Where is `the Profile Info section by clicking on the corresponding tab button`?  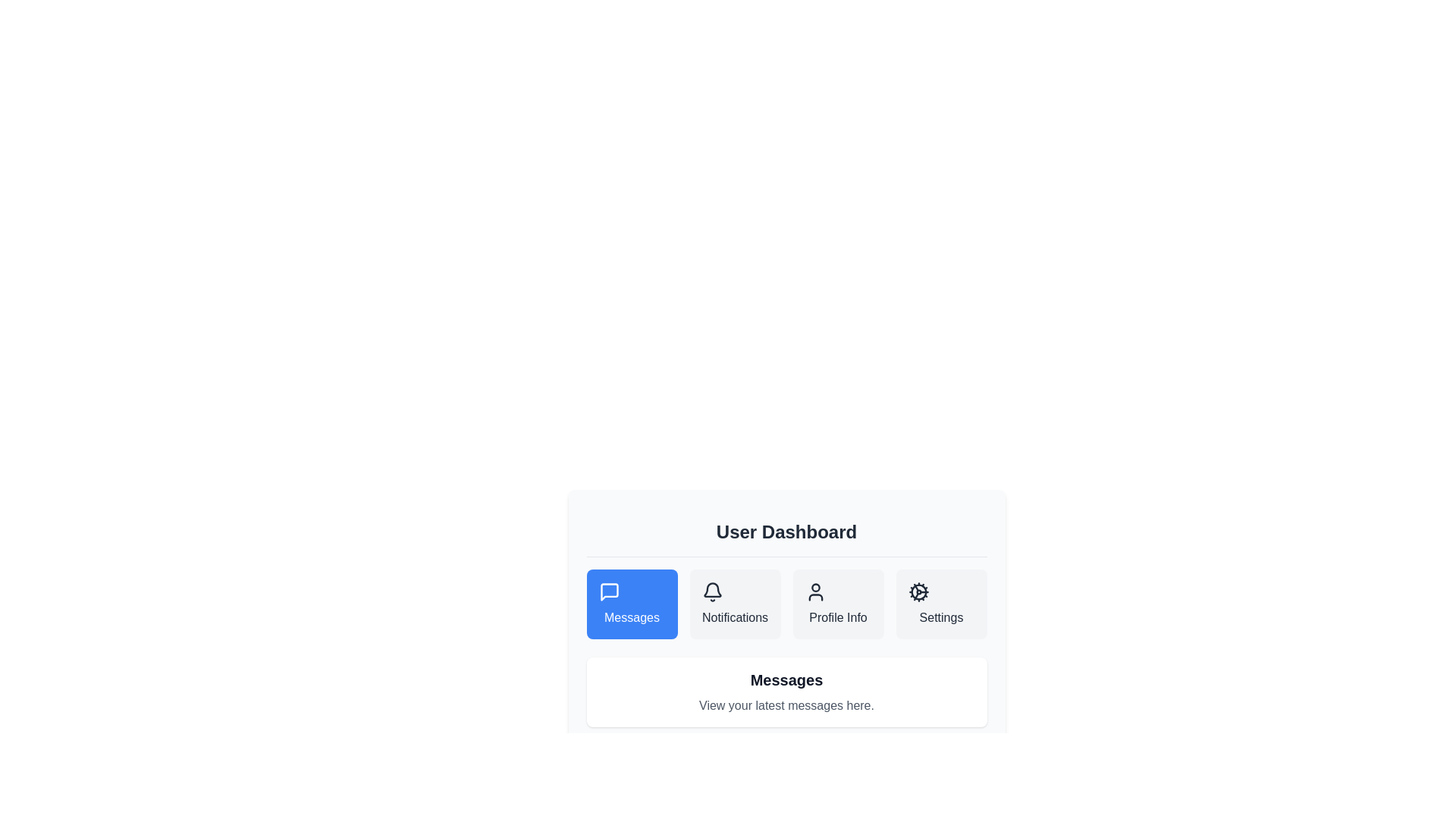
the Profile Info section by clicking on the corresponding tab button is located at coordinates (837, 604).